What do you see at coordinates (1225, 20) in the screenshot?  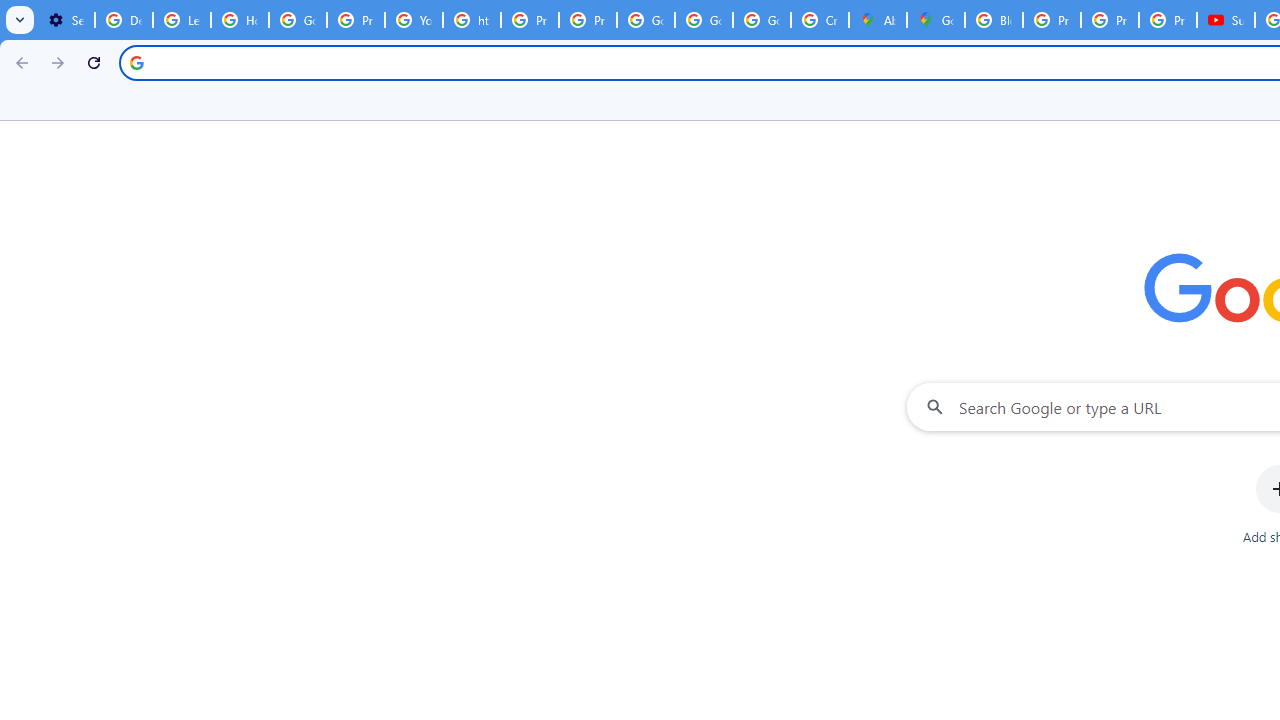 I see `'Subscriptions - YouTube'` at bounding box center [1225, 20].